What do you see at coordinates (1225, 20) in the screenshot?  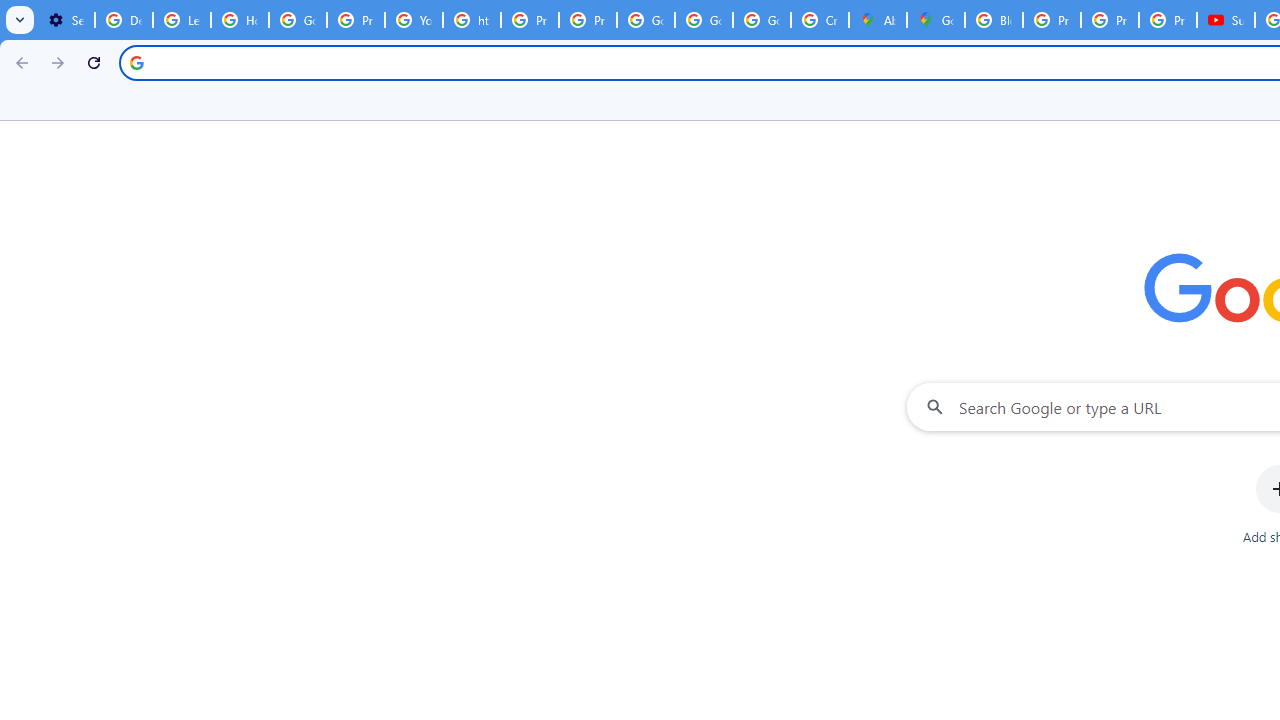 I see `'Subscriptions - YouTube'` at bounding box center [1225, 20].